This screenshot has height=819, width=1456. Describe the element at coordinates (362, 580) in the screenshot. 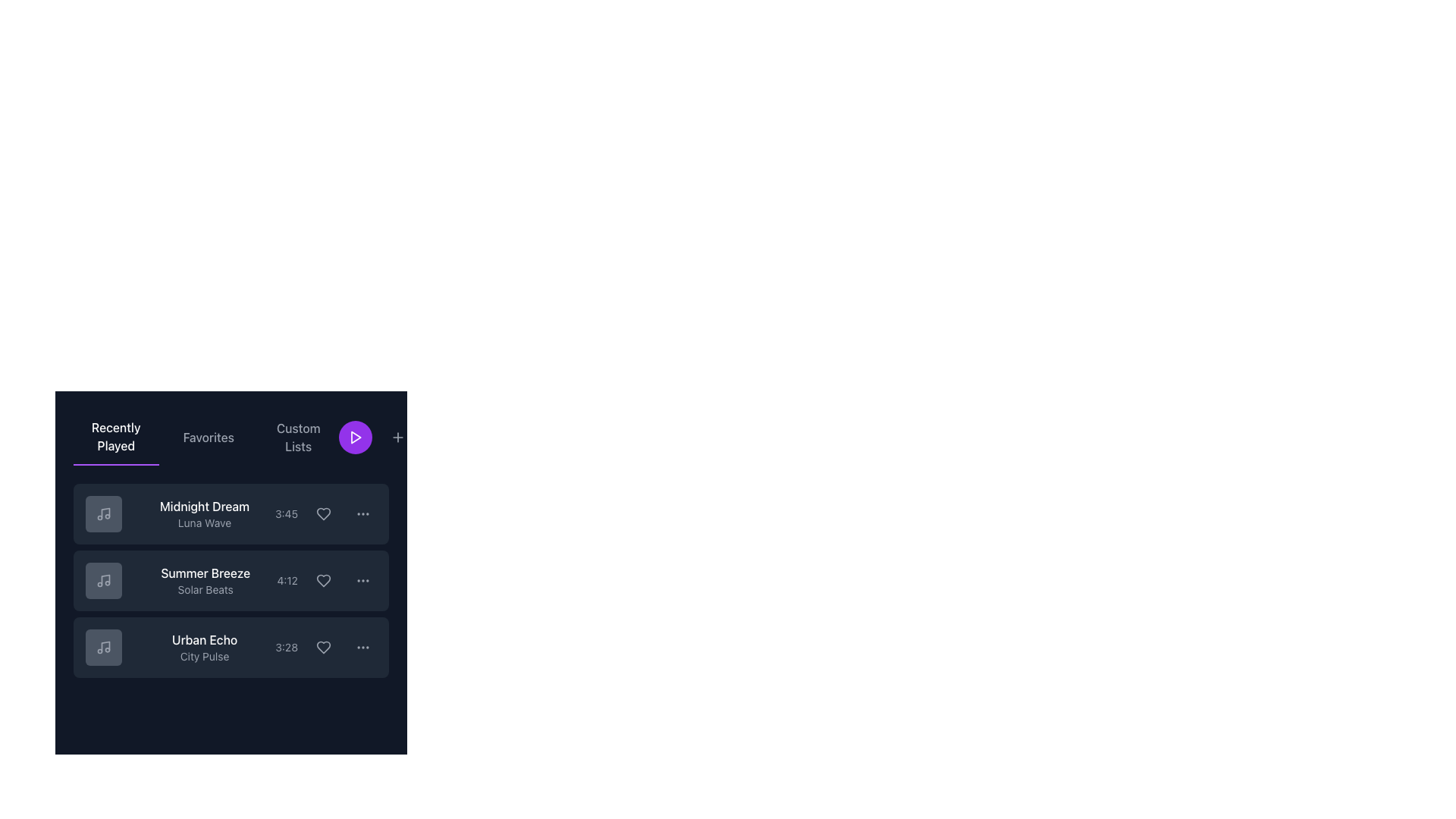

I see `the ellipsis menu button located at the far right of the item associated with the song 'Summer Breeze', changing its background color` at that location.